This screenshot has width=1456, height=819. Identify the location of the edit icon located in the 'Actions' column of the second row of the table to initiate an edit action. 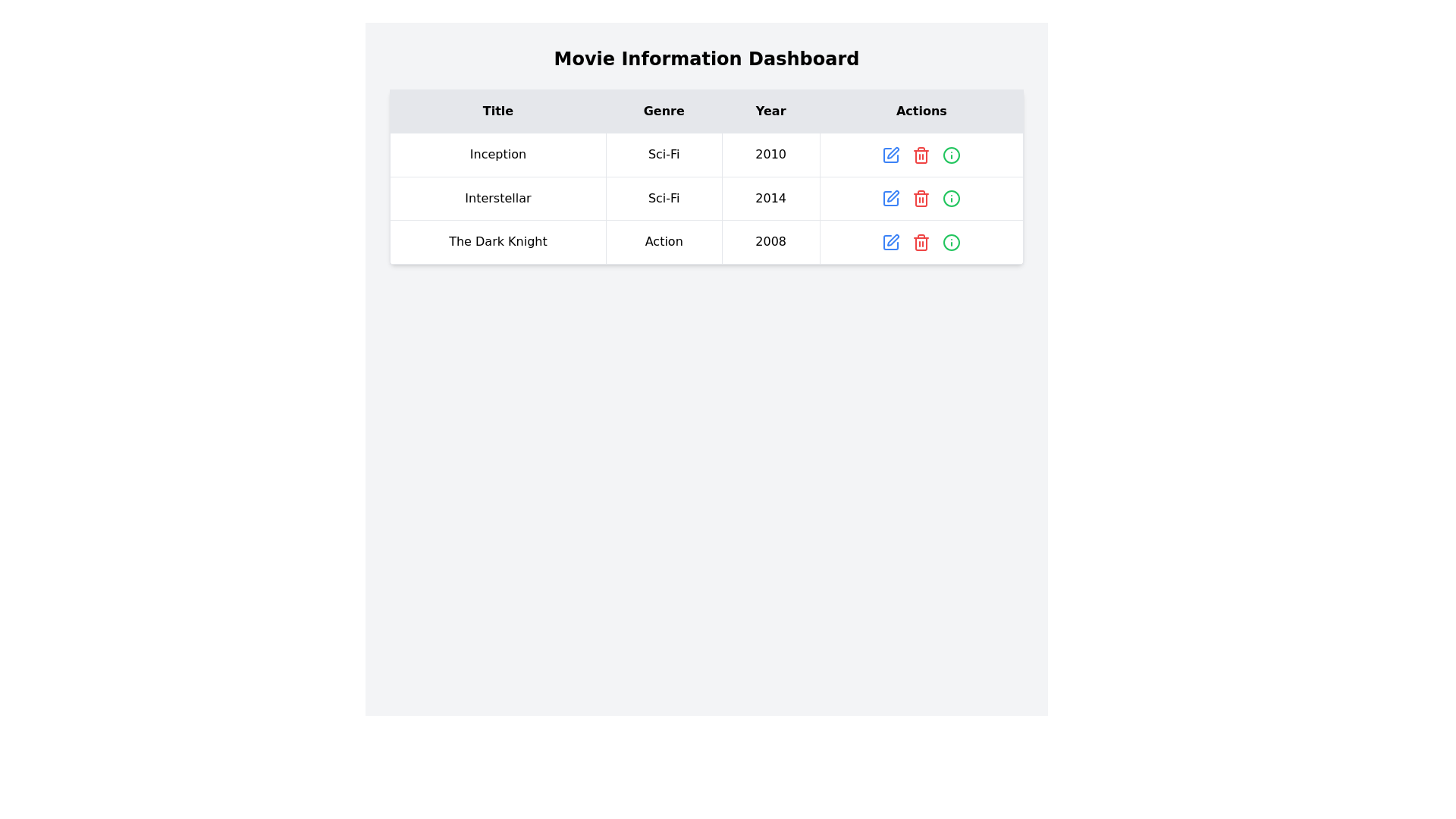
(893, 152).